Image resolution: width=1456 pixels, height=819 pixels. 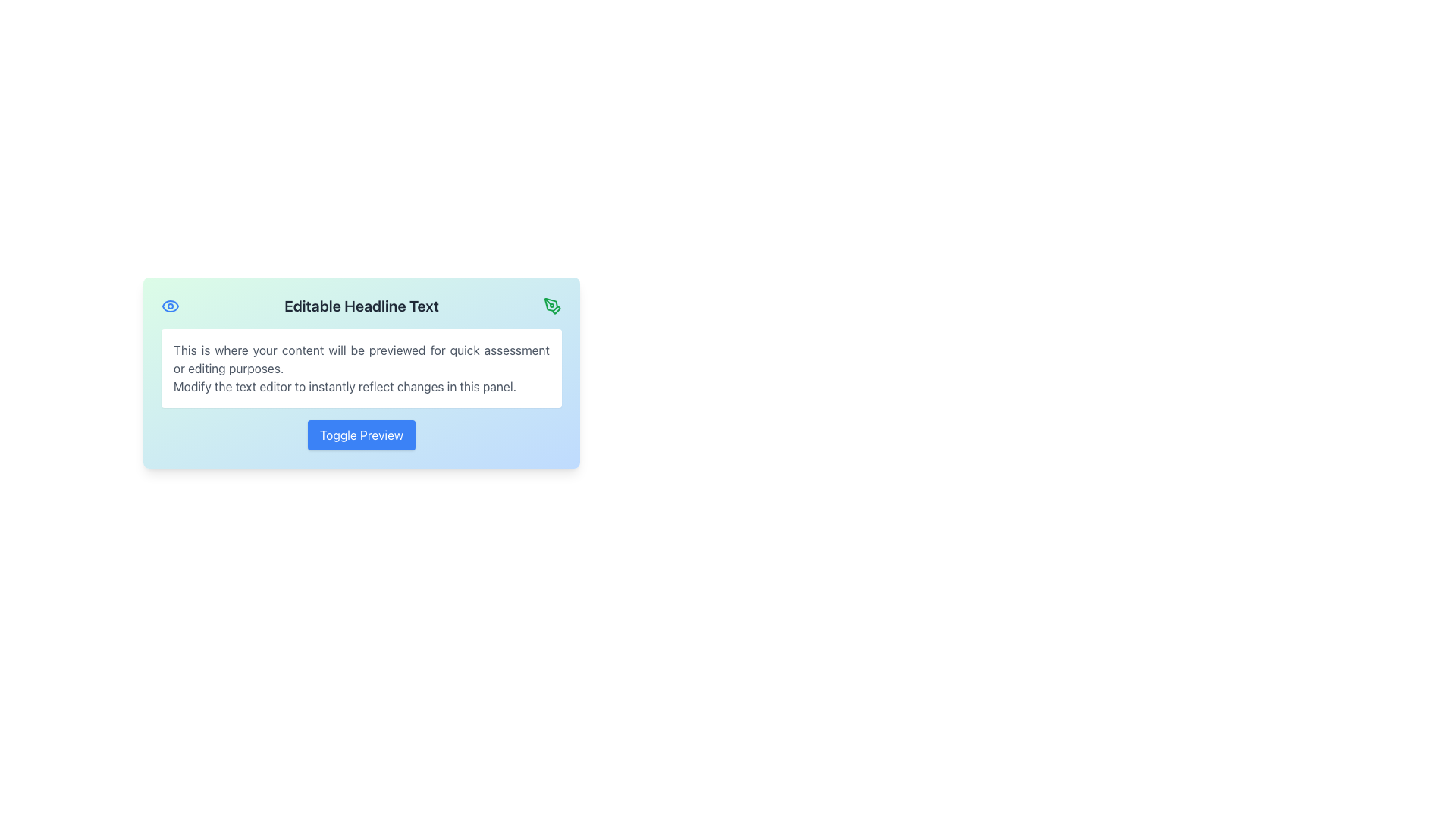 I want to click on text of the Heading or Title Text located at the top center of the panel, which serves as the title for the content within the panel, so click(x=360, y=306).